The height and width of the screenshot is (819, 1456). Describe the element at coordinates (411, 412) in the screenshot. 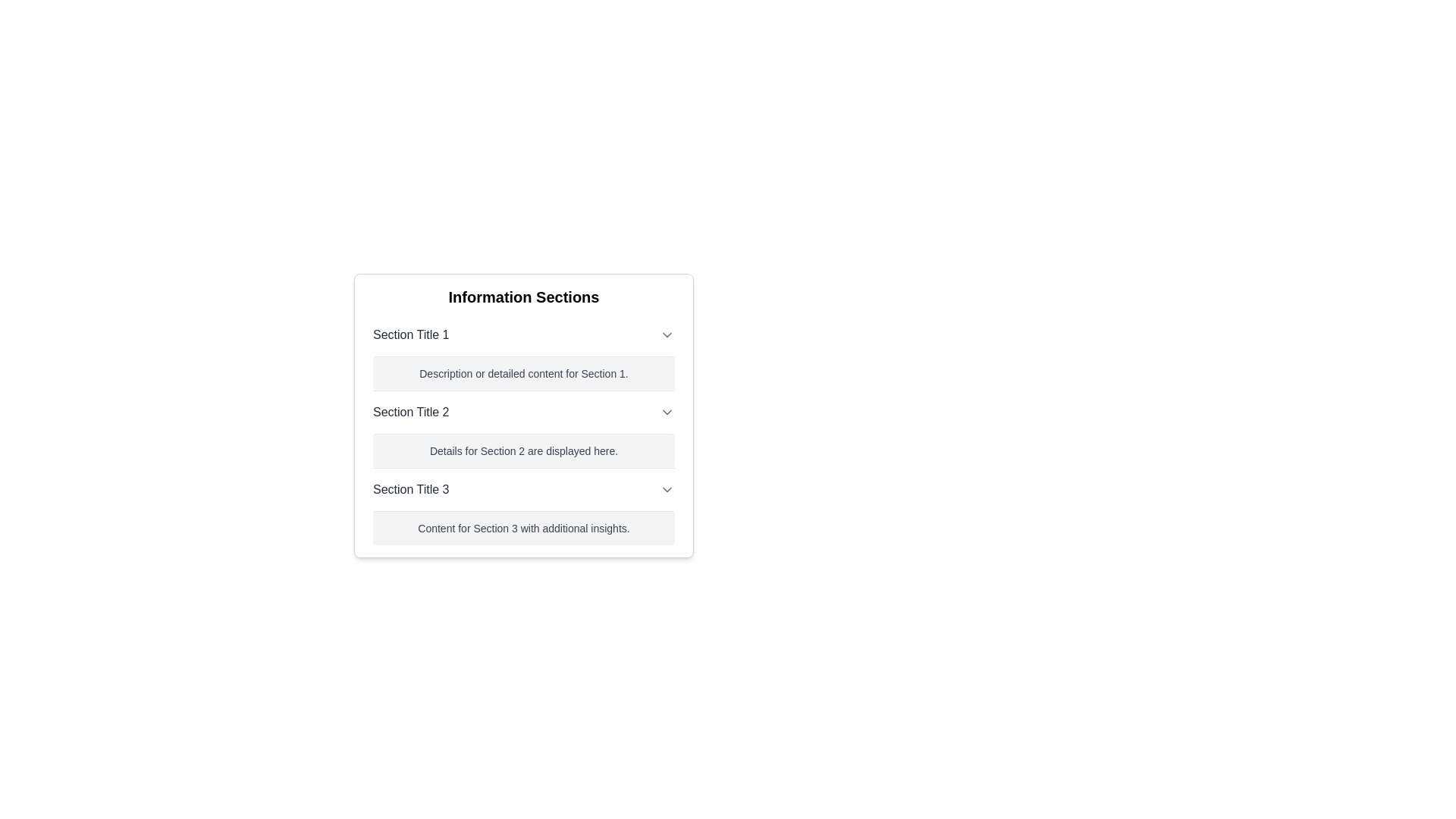

I see `text label that serves as the title for the second section in the 'Information Sections' list, which is left-aligned and located at the coordinates provided` at that location.